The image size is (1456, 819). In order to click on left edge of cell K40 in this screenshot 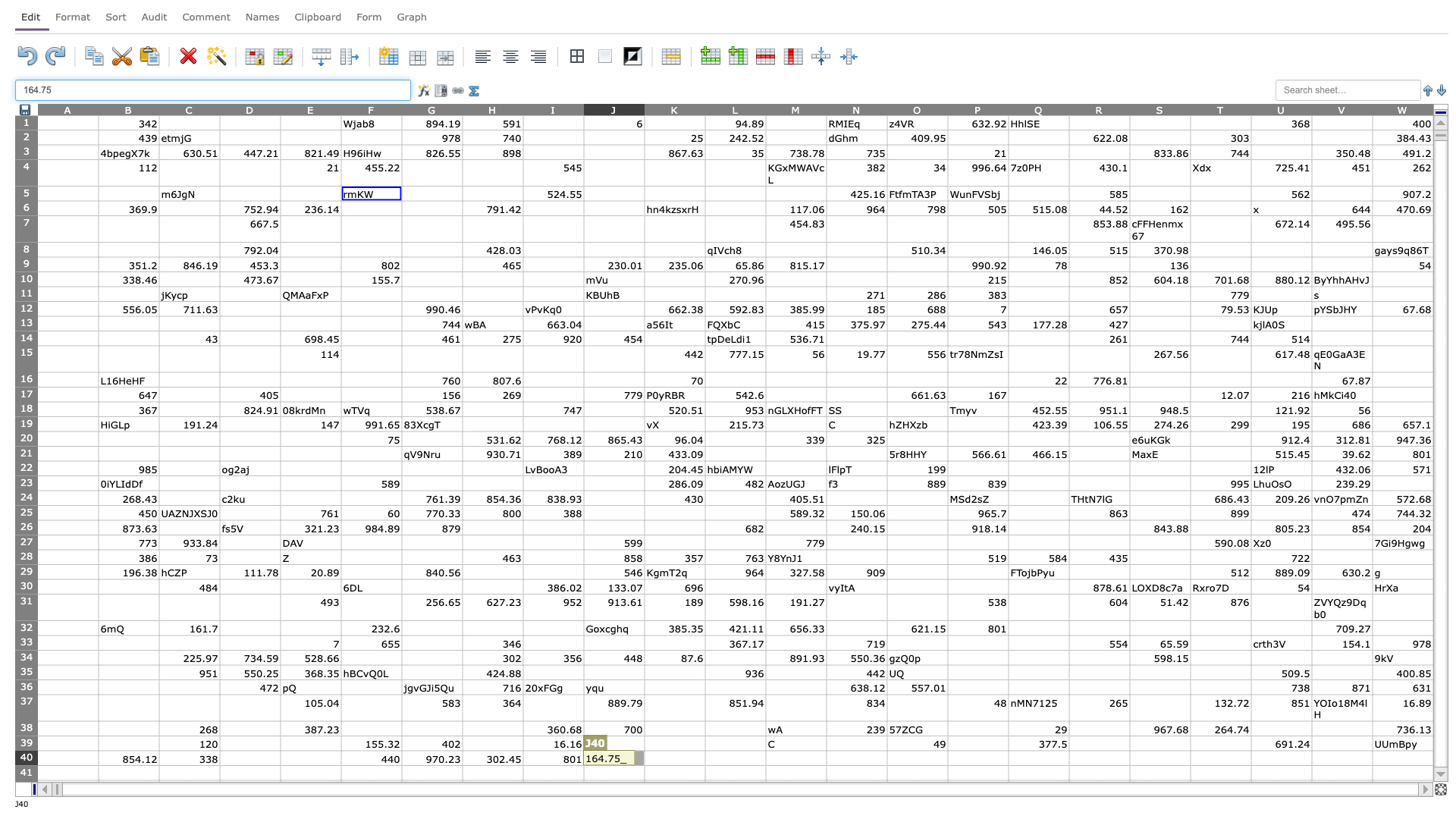, I will do `click(644, 758)`.